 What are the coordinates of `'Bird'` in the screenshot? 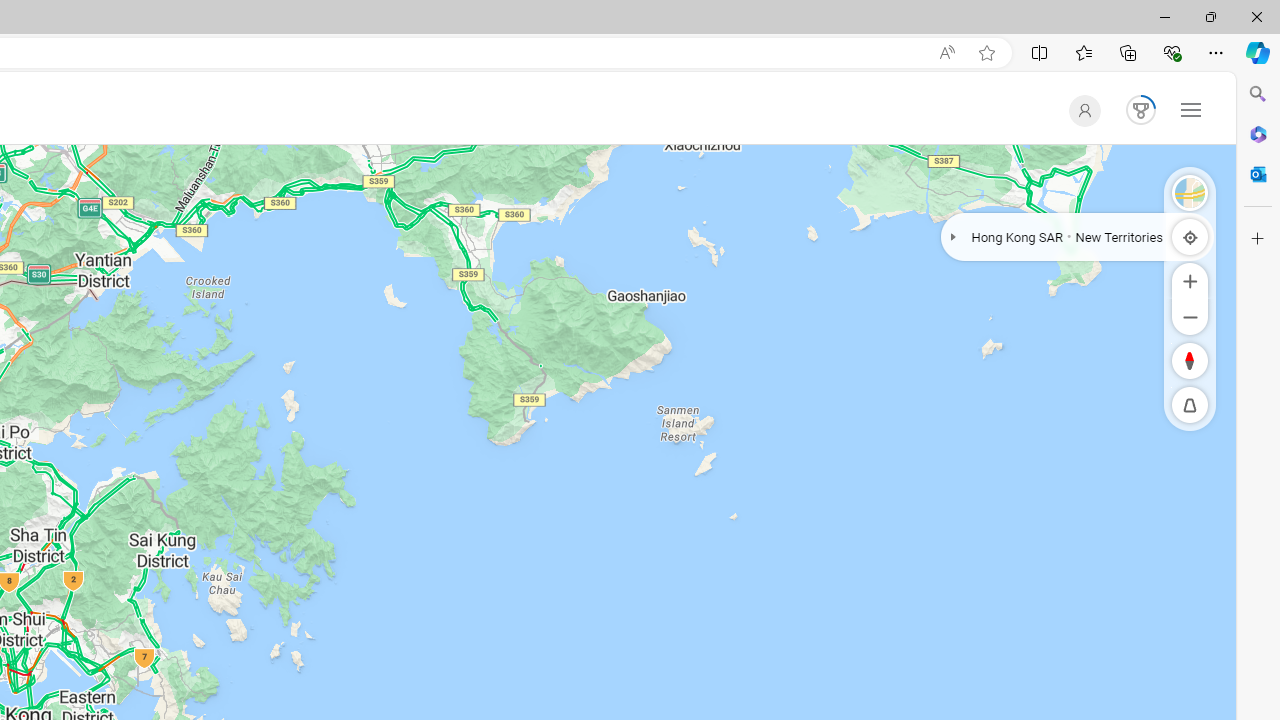 It's located at (1190, 192).